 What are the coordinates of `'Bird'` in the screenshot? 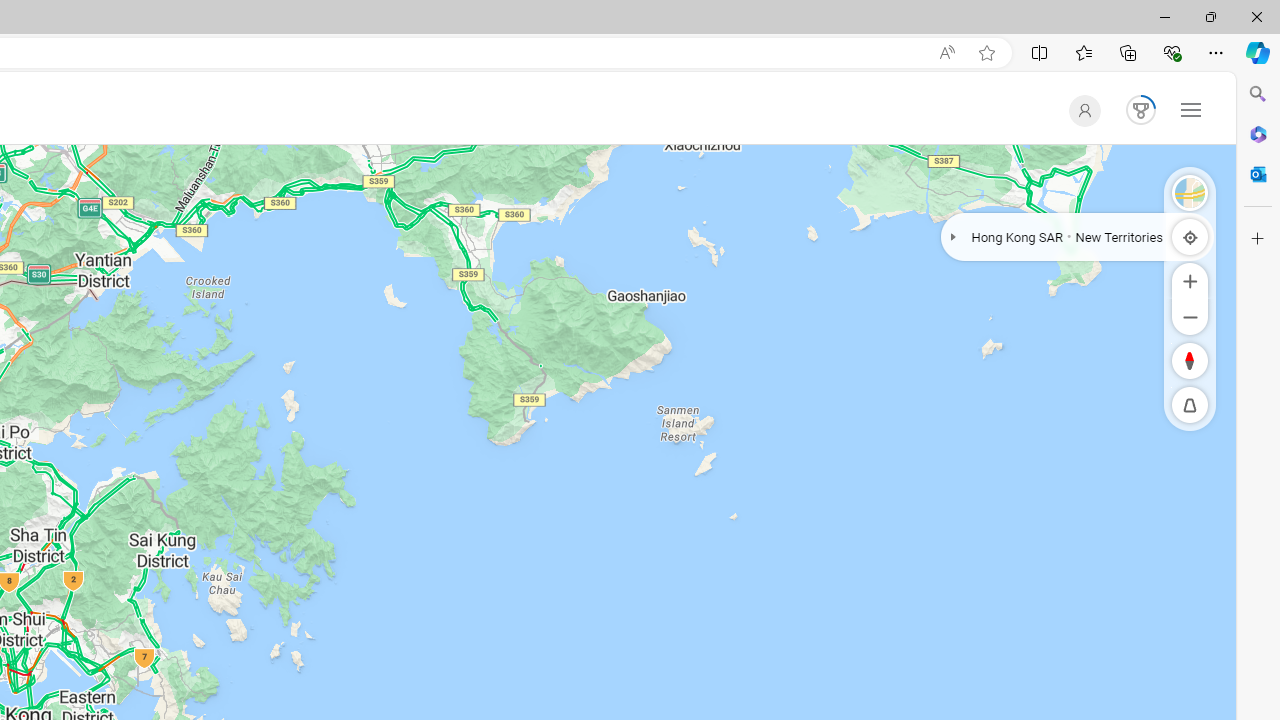 It's located at (1190, 192).